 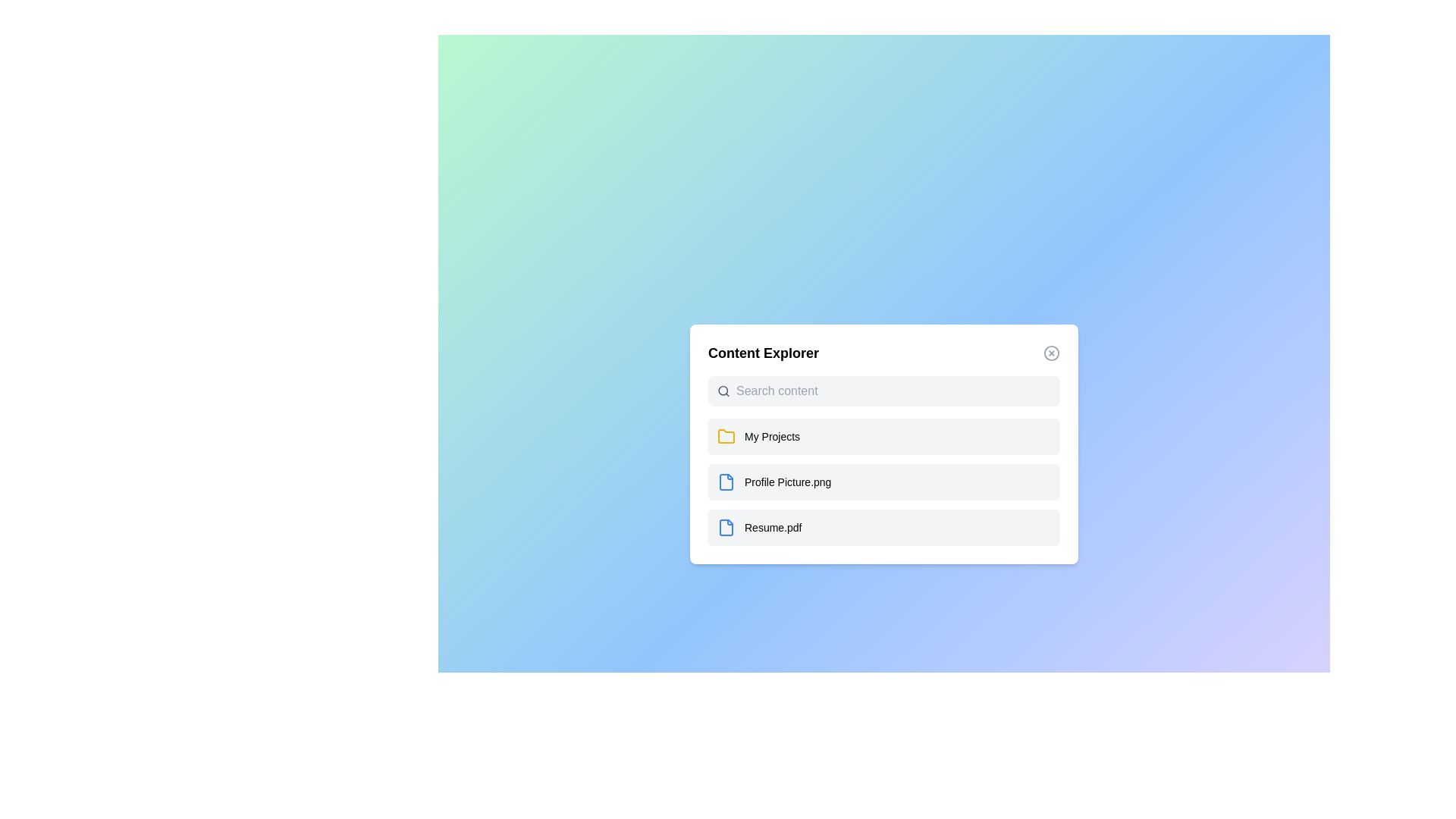 I want to click on the content item My Projects from the list, so click(x=884, y=436).